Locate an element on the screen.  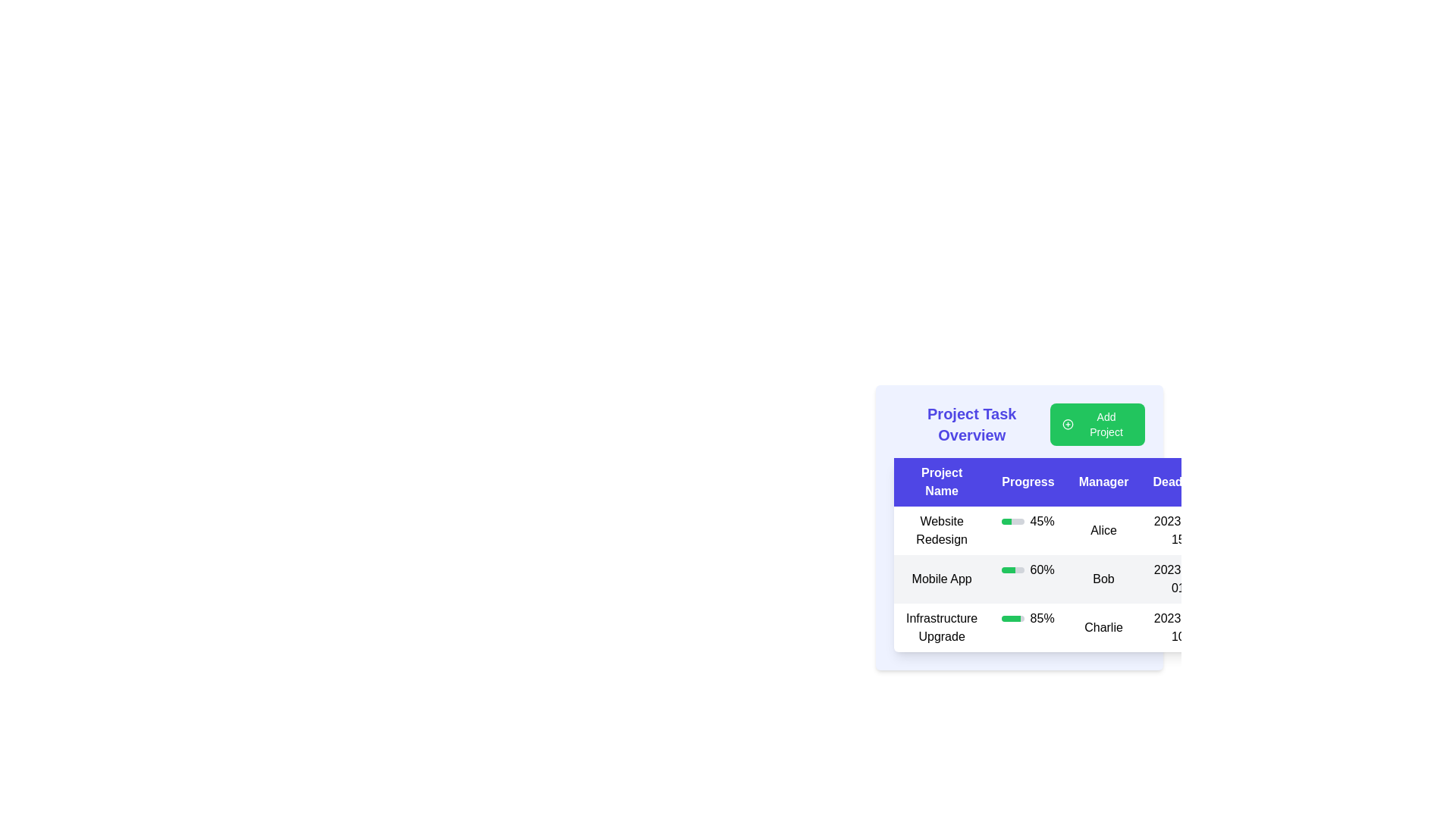
the table rows in the 'Project Task Overview' card layout to potentially edit or review details is located at coordinates (1019, 567).